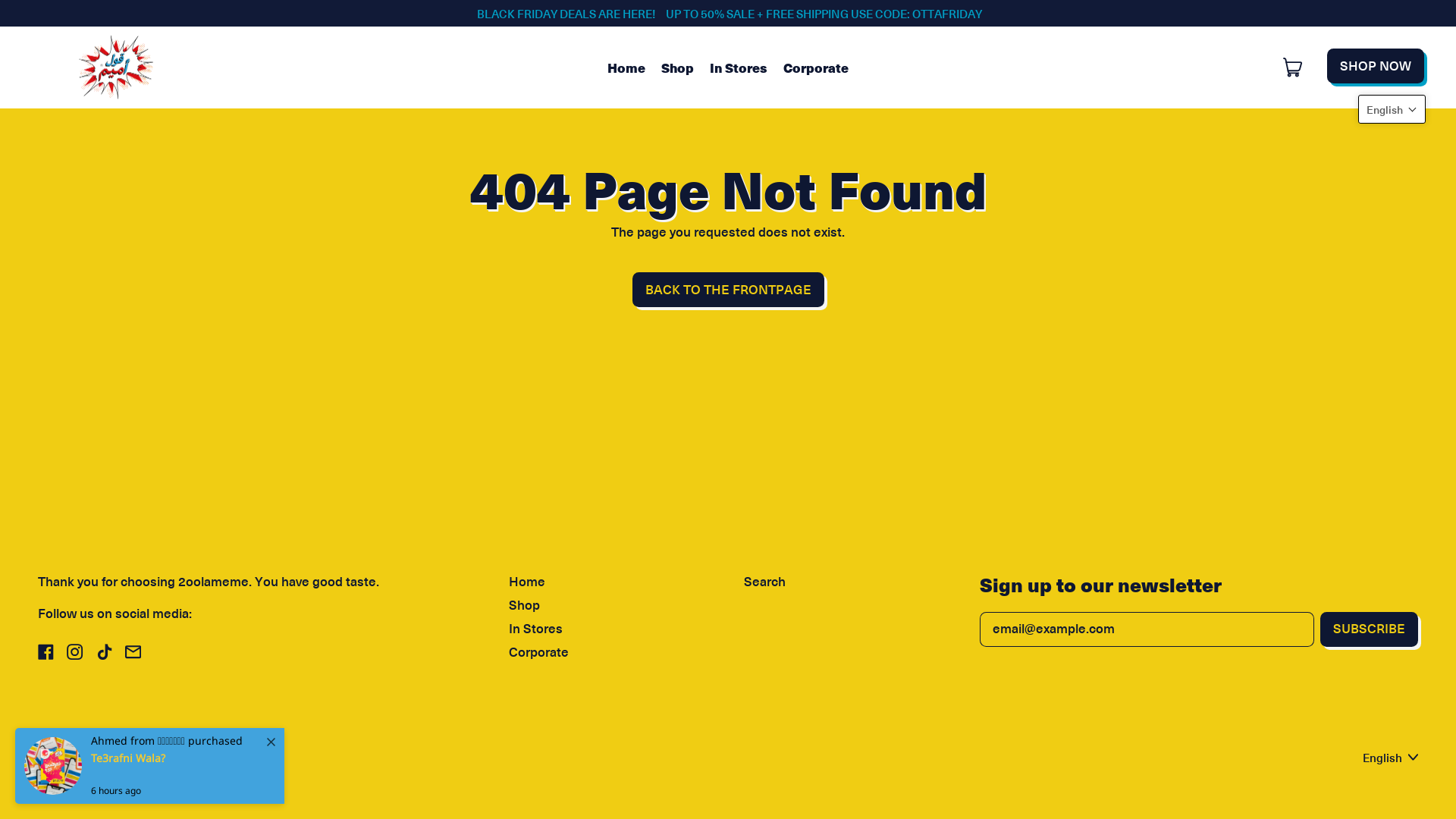 The height and width of the screenshot is (819, 1456). I want to click on 'Shop', so click(524, 604).